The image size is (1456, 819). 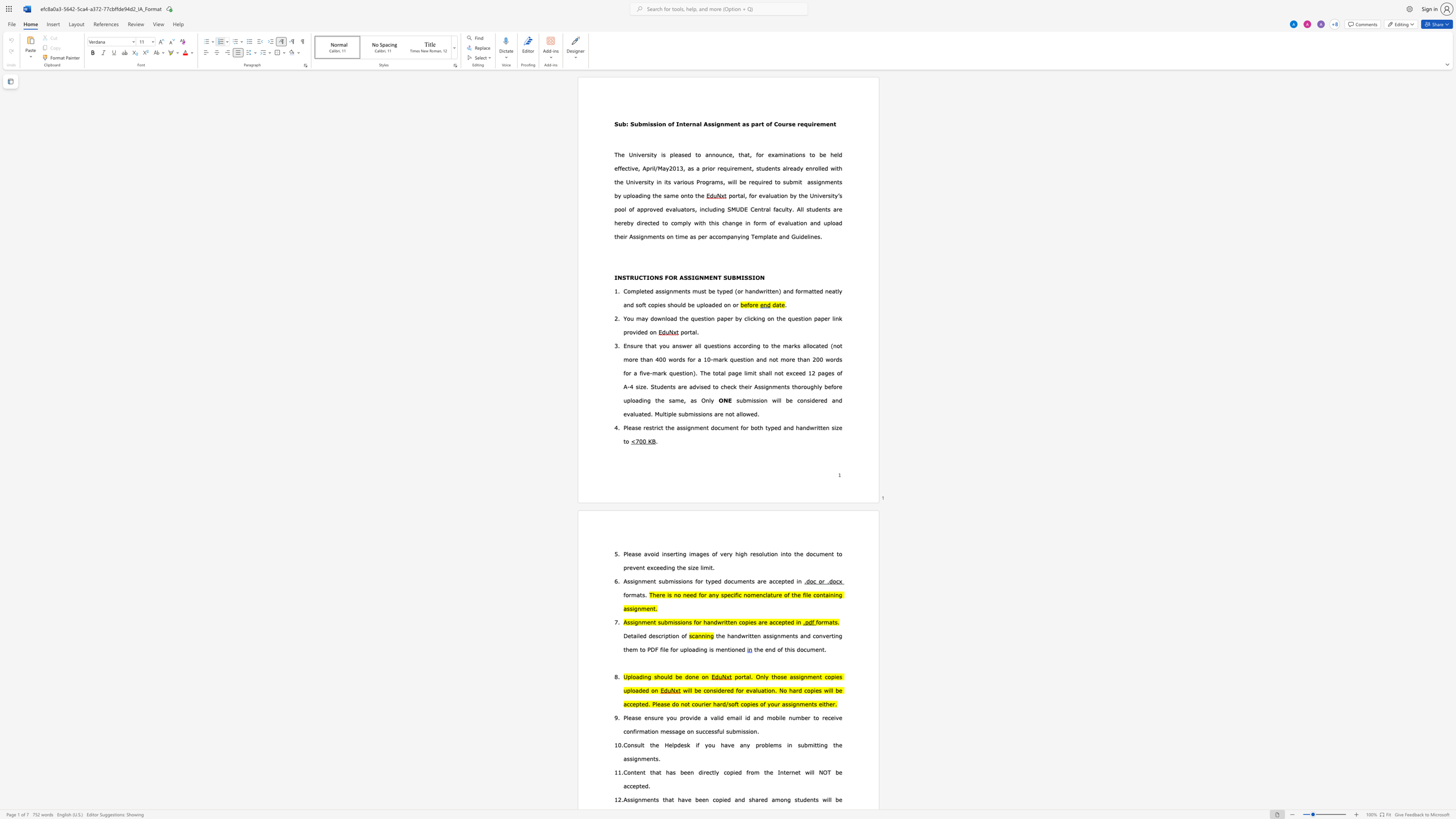 I want to click on the space between the continuous character "p" and "t" in the text, so click(x=668, y=636).